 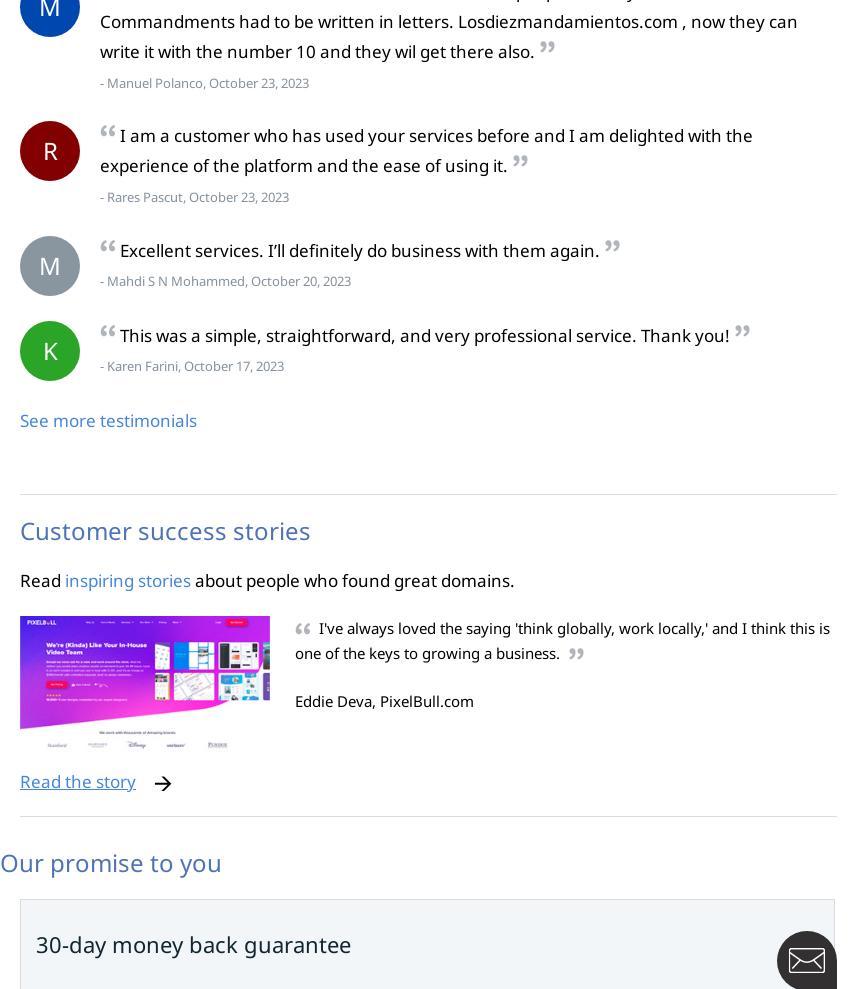 What do you see at coordinates (203, 81) in the screenshot?
I see `'- Manuel Polanco, October 23, 2023'` at bounding box center [203, 81].